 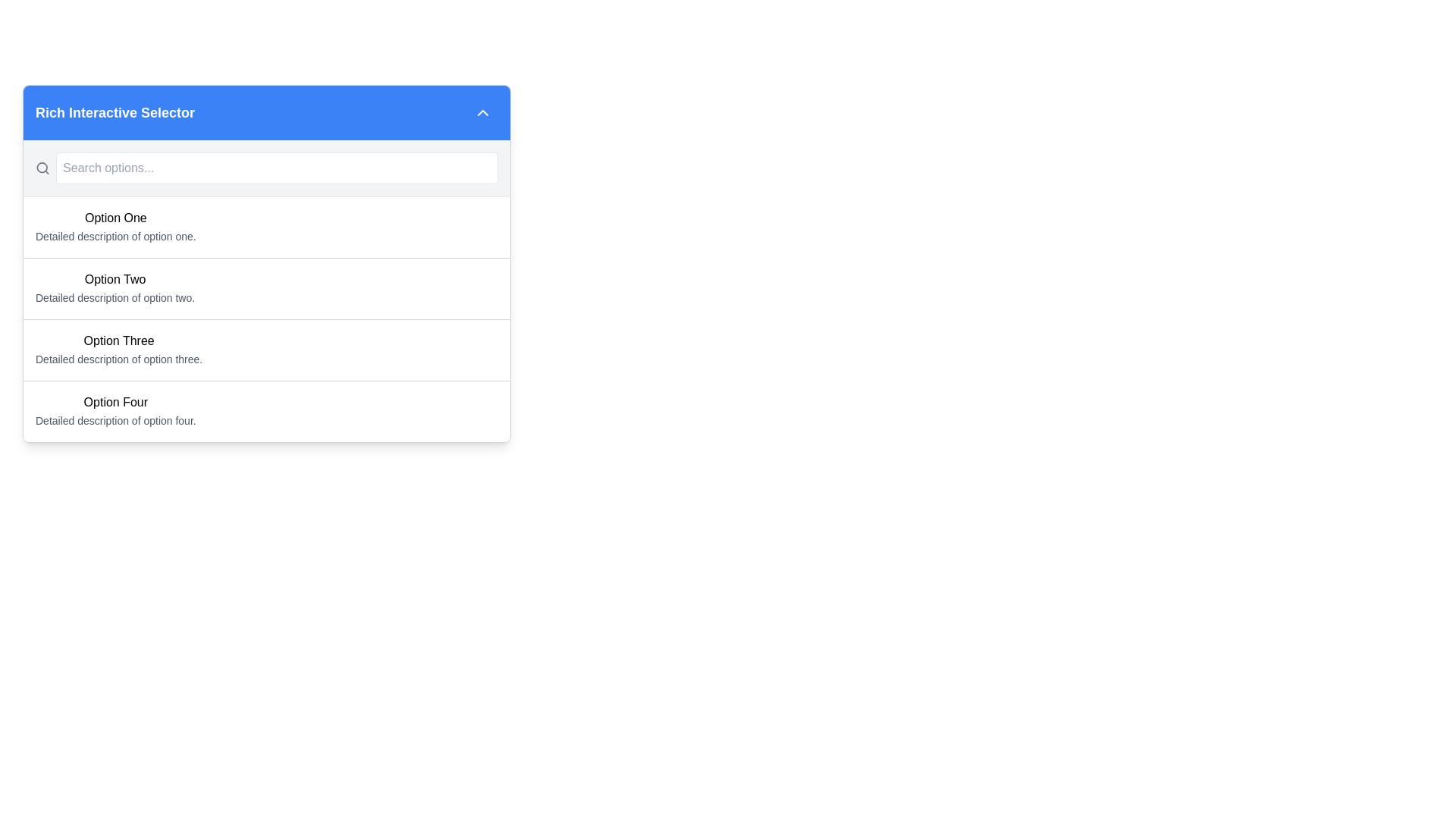 What do you see at coordinates (266, 318) in the screenshot?
I see `texts within the interactive menu that contains four vertically arranged options, styled with a light background and thin dividers, located below the search bar` at bounding box center [266, 318].